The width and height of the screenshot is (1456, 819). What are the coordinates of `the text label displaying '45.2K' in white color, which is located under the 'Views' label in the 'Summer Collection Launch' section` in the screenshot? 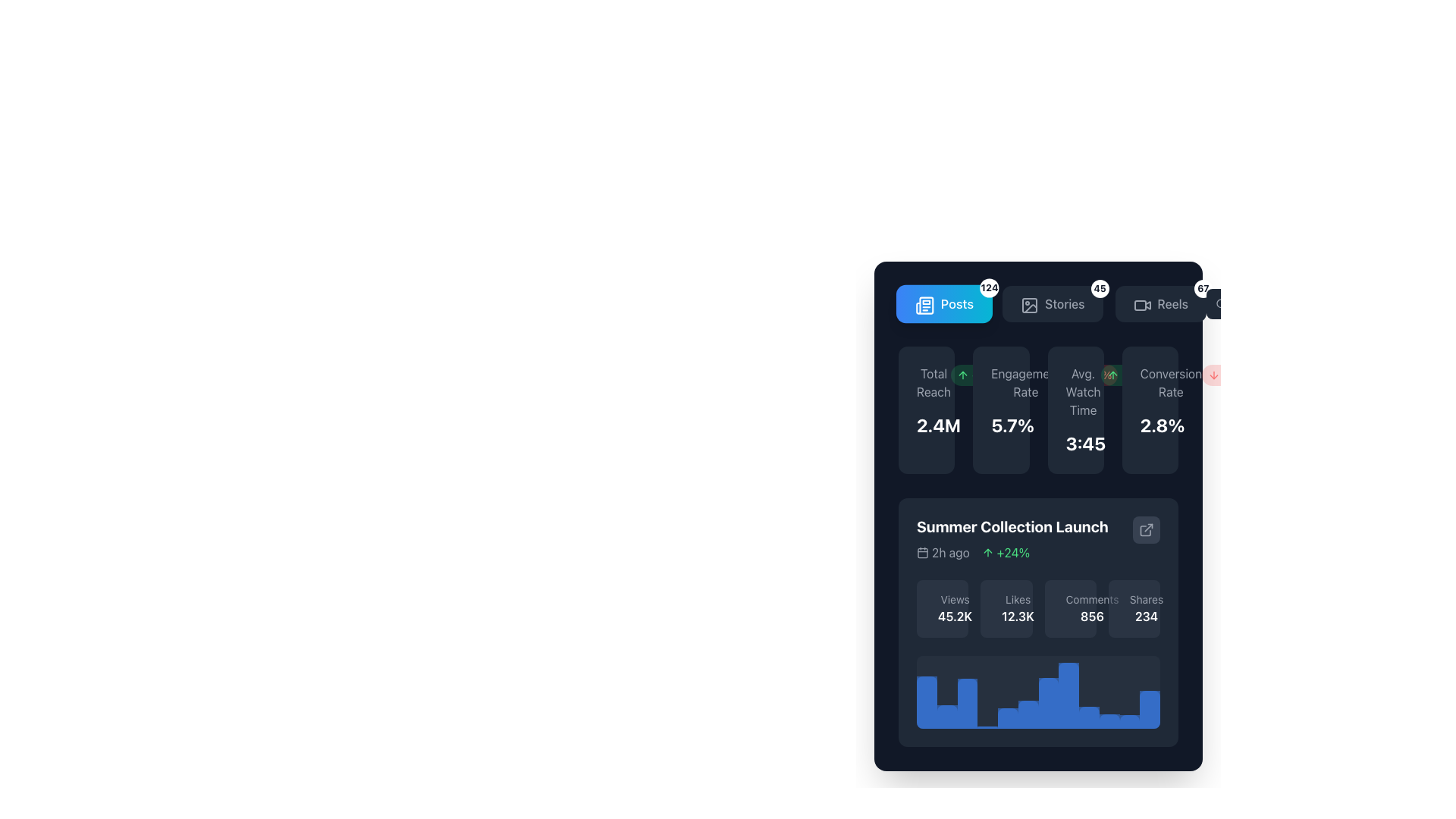 It's located at (954, 617).